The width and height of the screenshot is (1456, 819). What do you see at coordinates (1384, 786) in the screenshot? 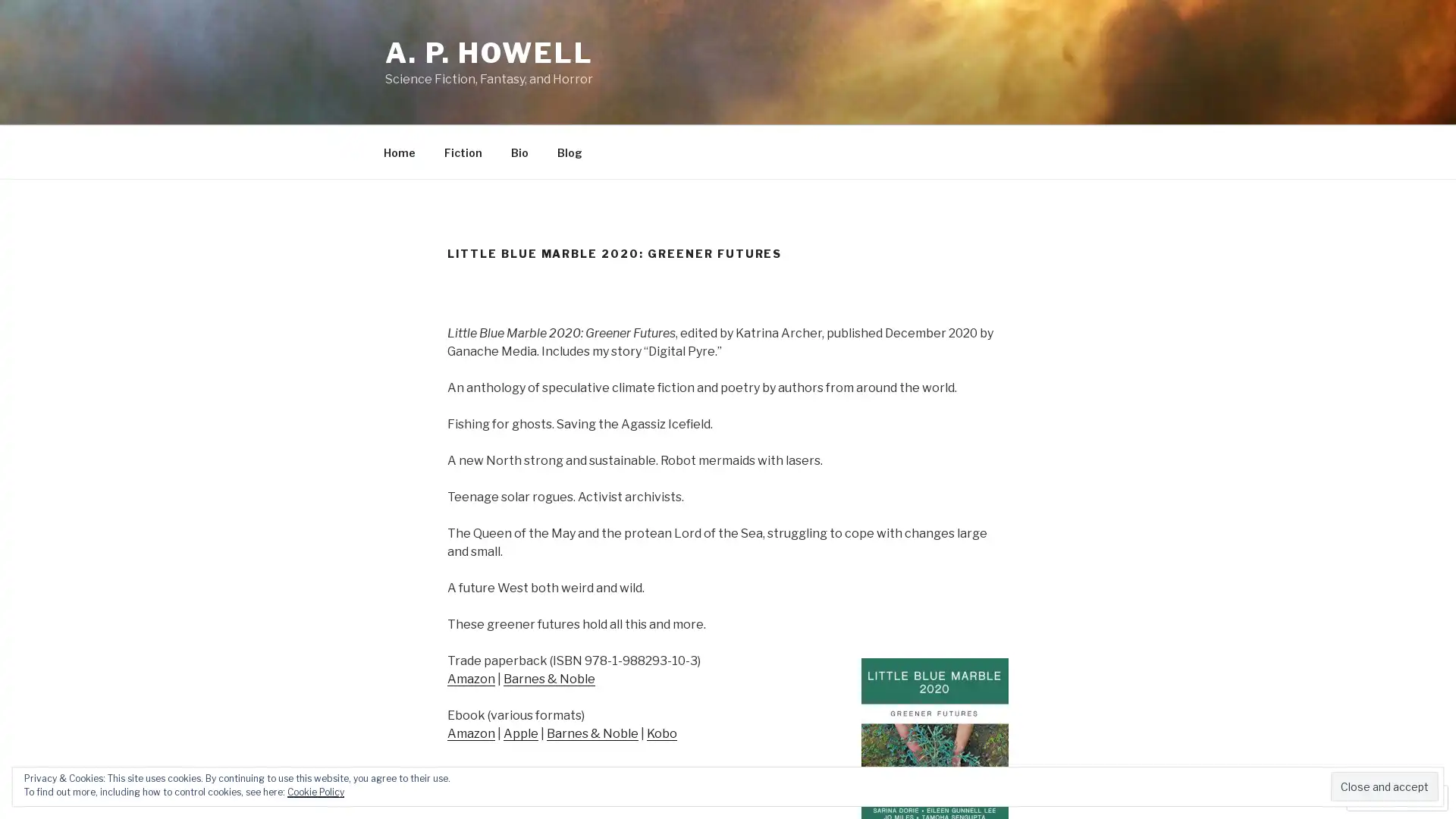
I see `Close and accept` at bounding box center [1384, 786].